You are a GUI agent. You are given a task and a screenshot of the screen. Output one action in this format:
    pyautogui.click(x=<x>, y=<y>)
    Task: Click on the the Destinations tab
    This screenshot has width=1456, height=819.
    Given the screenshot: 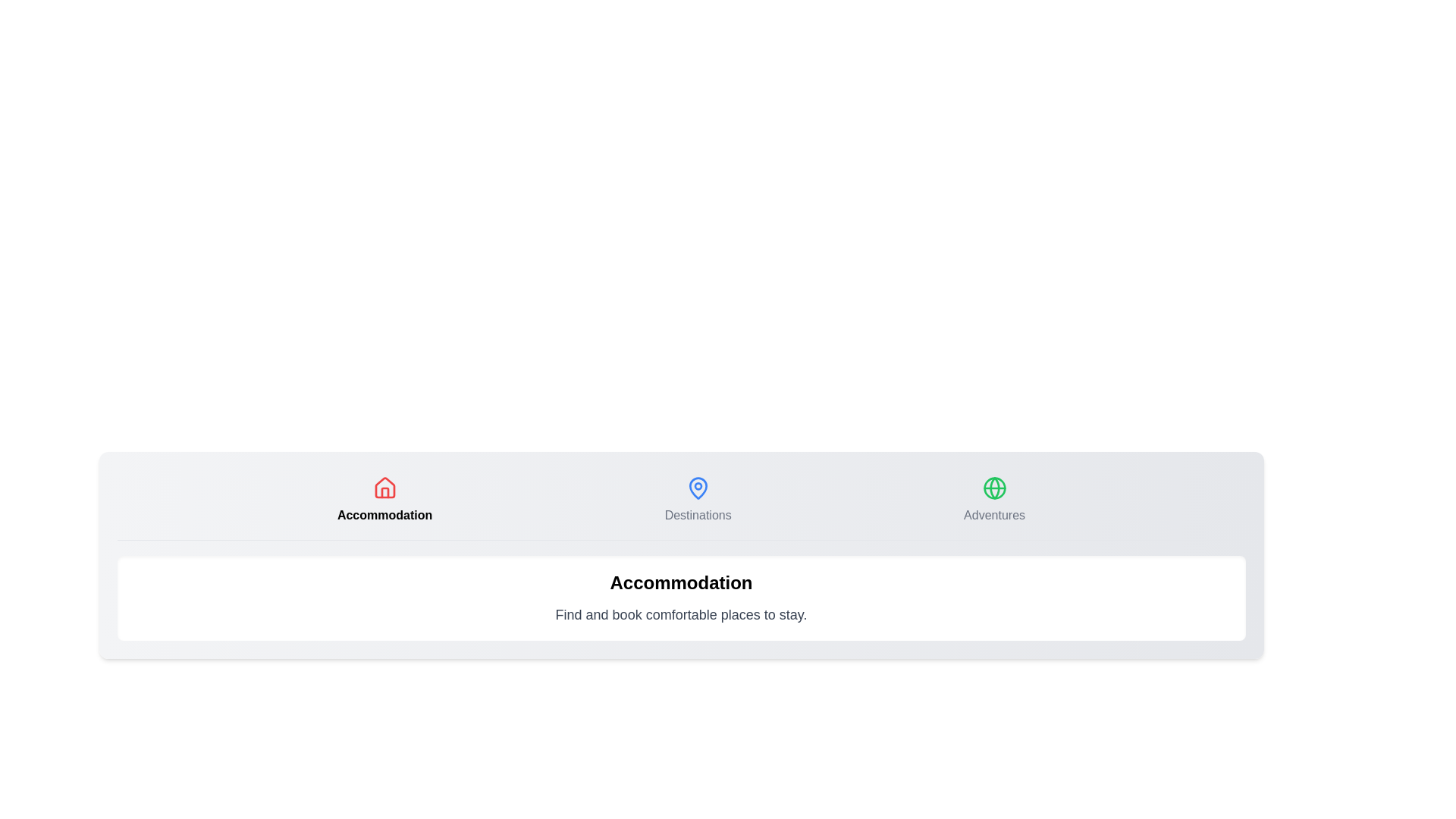 What is the action you would take?
    pyautogui.click(x=697, y=500)
    